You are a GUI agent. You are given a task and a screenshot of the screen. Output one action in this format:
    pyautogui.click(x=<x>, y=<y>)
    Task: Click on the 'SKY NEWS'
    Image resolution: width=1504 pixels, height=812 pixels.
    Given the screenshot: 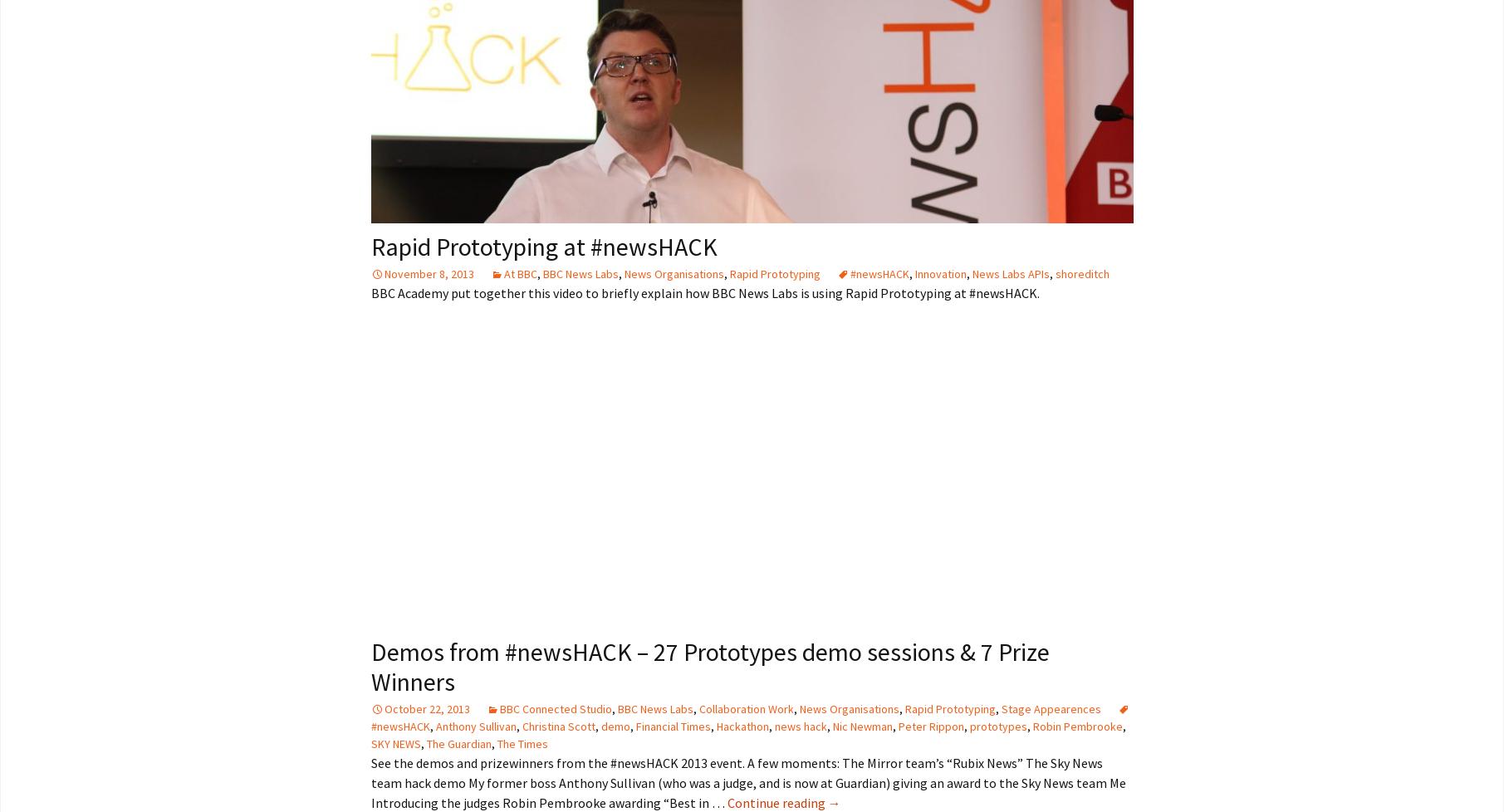 What is the action you would take?
    pyautogui.click(x=394, y=741)
    